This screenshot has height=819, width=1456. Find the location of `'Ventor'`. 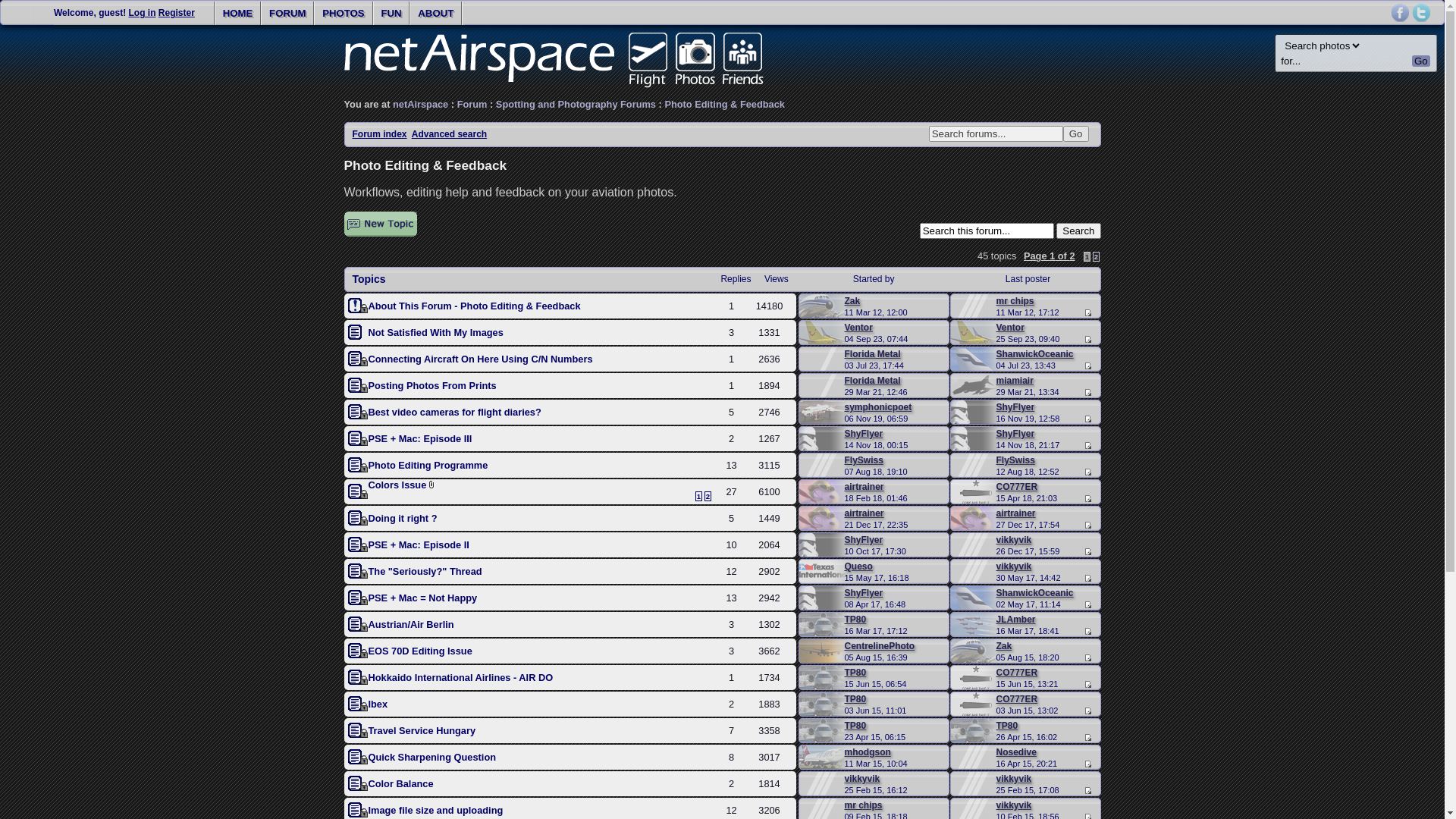

'Ventor' is located at coordinates (858, 327).